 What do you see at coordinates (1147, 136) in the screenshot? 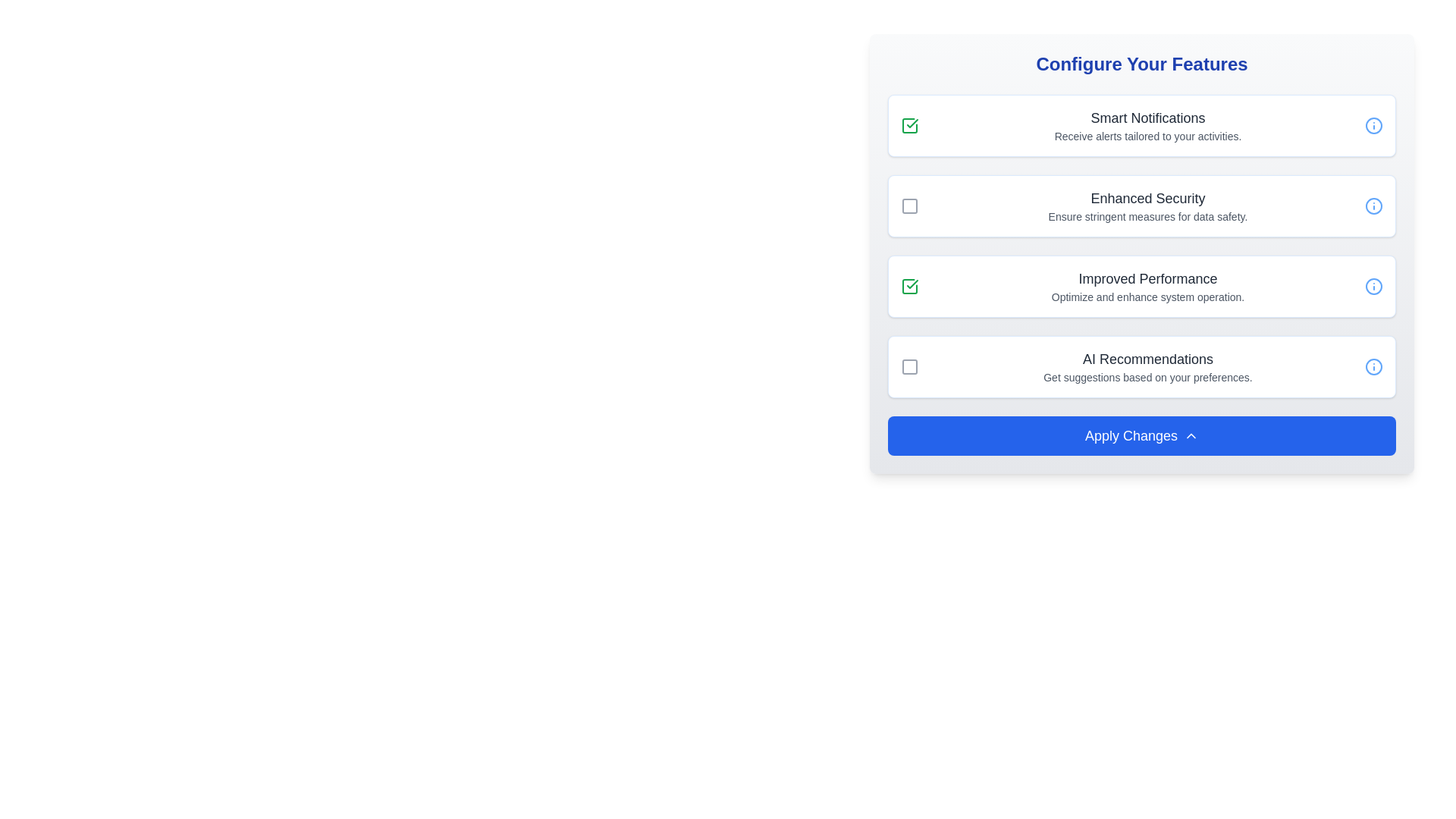
I see `the text label located below the 'Smart Notifications' heading in the feature configuration section` at bounding box center [1147, 136].